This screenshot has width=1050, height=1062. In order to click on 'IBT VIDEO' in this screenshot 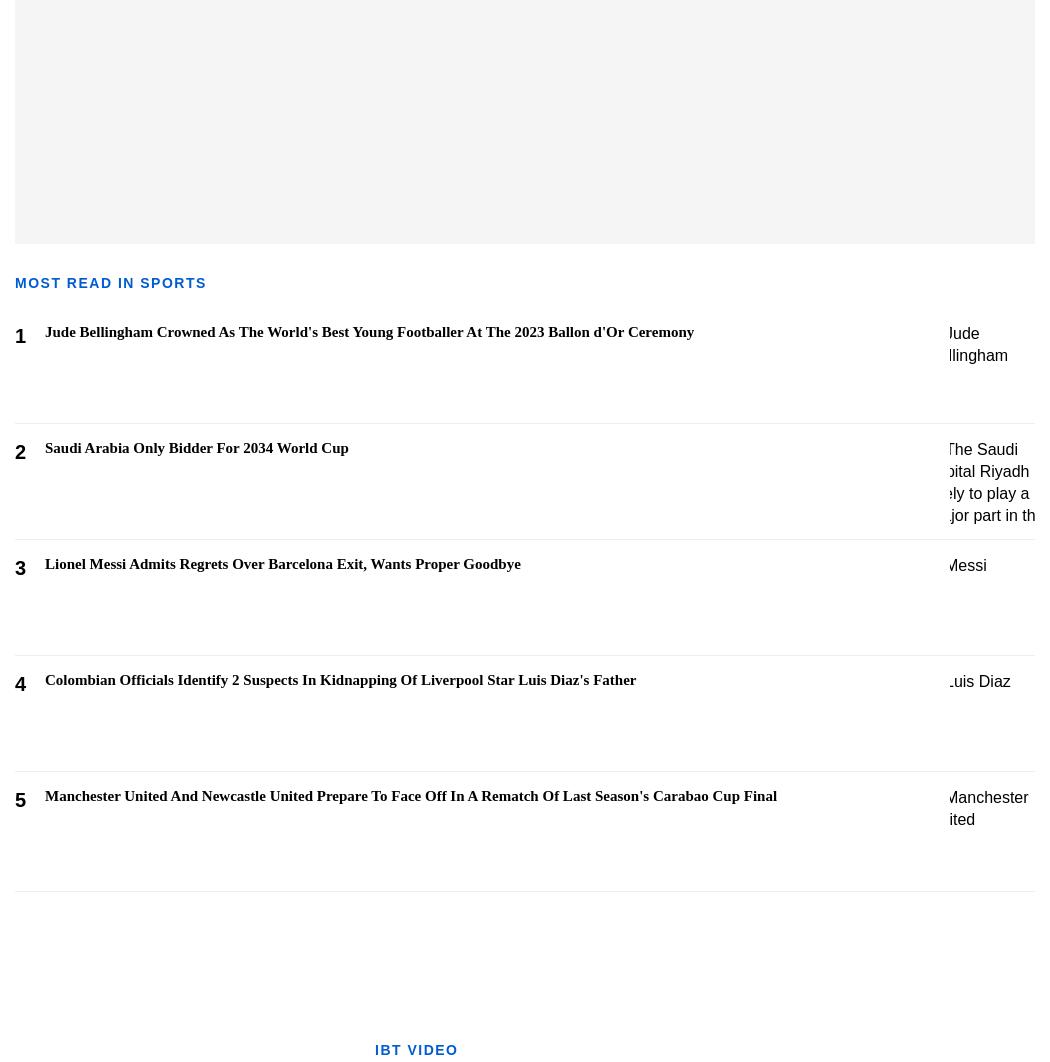, I will do `click(415, 1048)`.